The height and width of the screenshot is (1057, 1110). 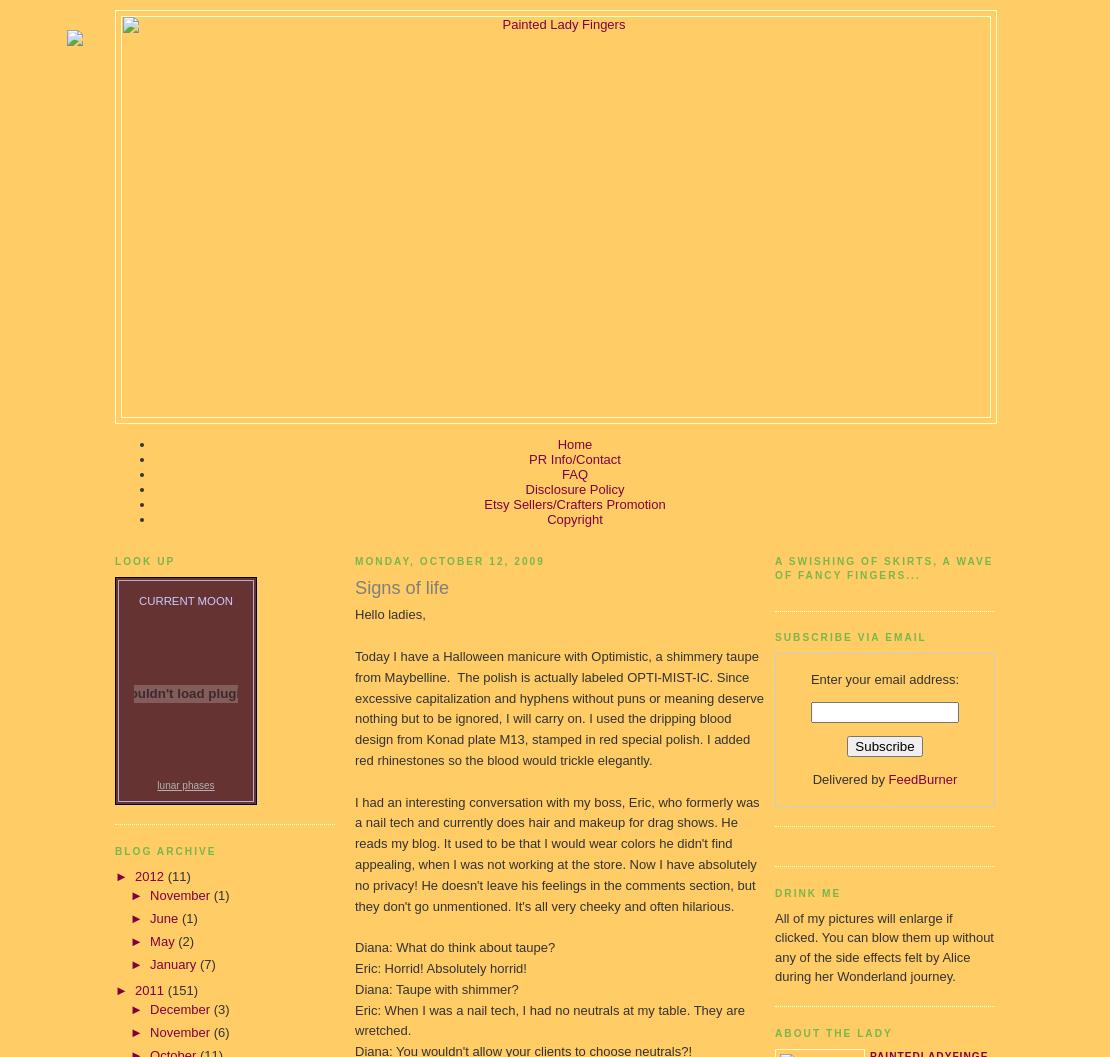 I want to click on 'Copyright', so click(x=574, y=519).